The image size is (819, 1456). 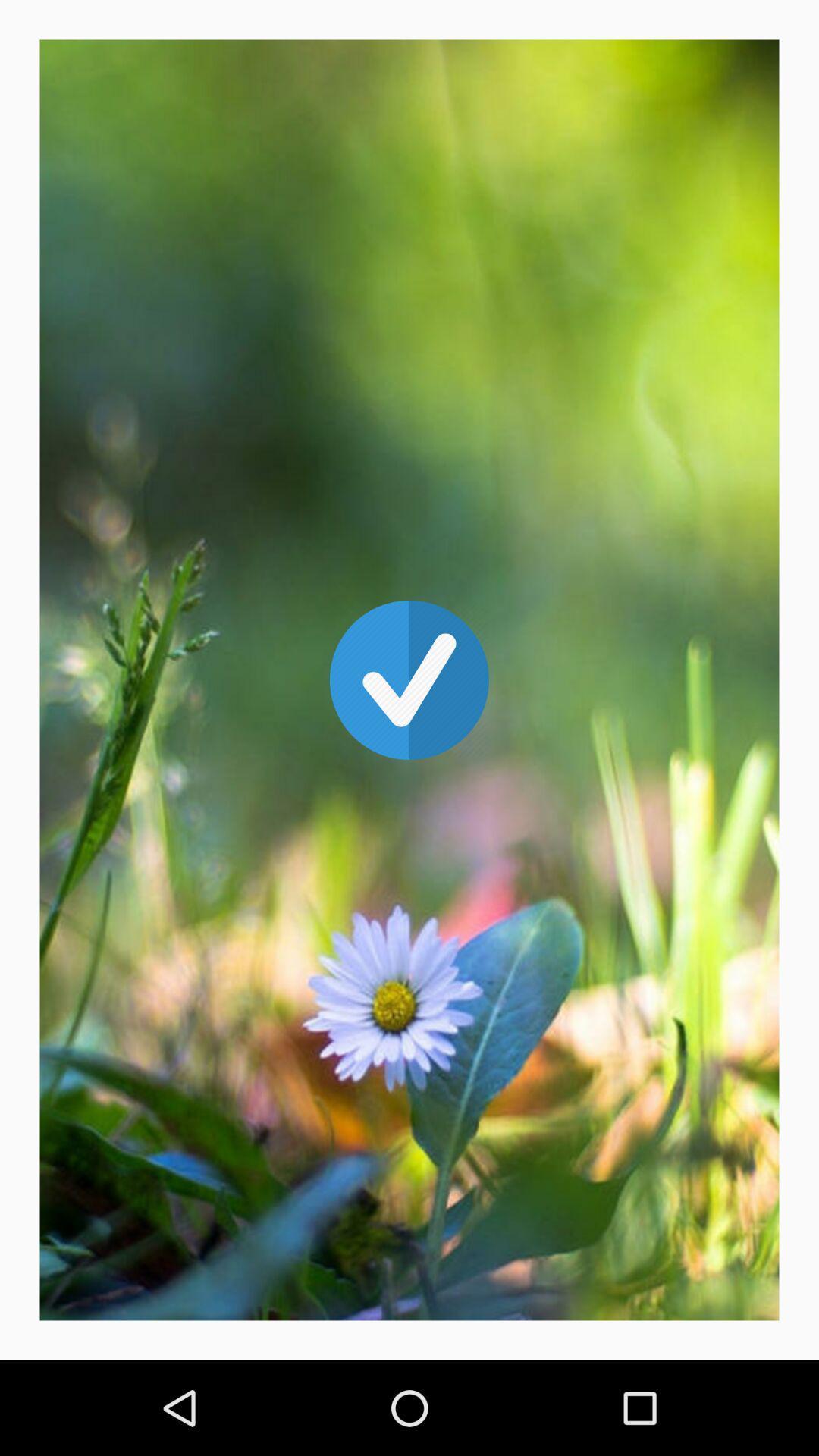 What do you see at coordinates (409, 679) in the screenshot?
I see `photo` at bounding box center [409, 679].